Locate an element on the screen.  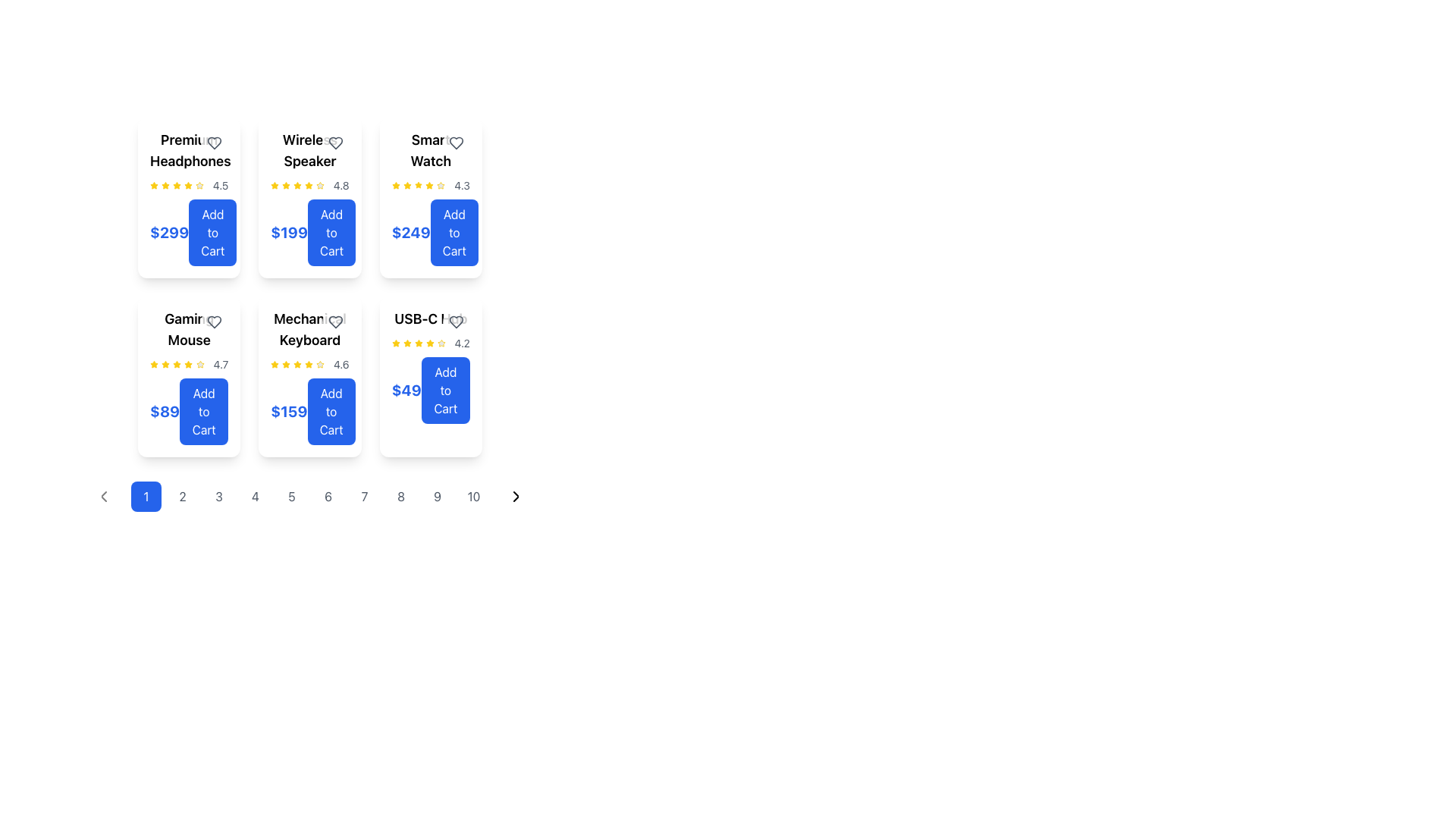
the sixth star icon in the rating stars for the 'Wireless Speaker' product, which is outlined in gray and filled with light gray, located beneath the product title is located at coordinates (319, 185).